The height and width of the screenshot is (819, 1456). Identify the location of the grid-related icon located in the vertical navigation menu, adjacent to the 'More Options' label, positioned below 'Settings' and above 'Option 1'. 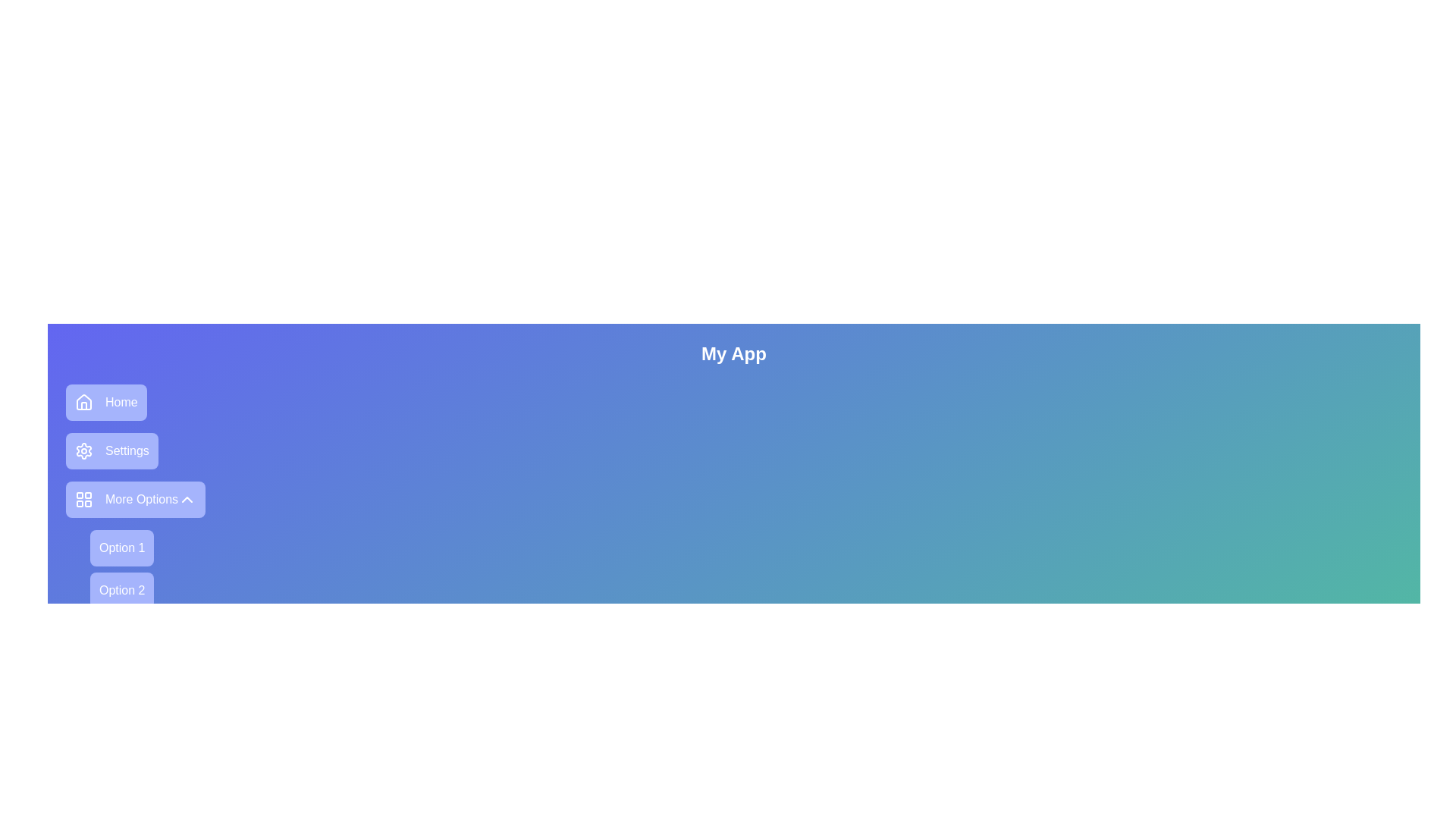
(83, 500).